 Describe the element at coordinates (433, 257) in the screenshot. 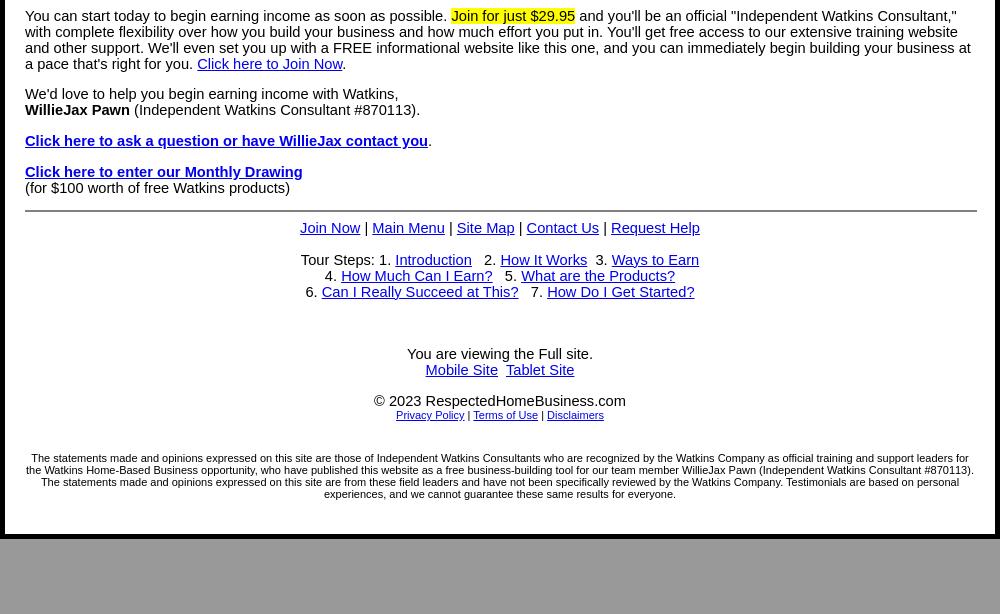

I see `'Introduction'` at that location.